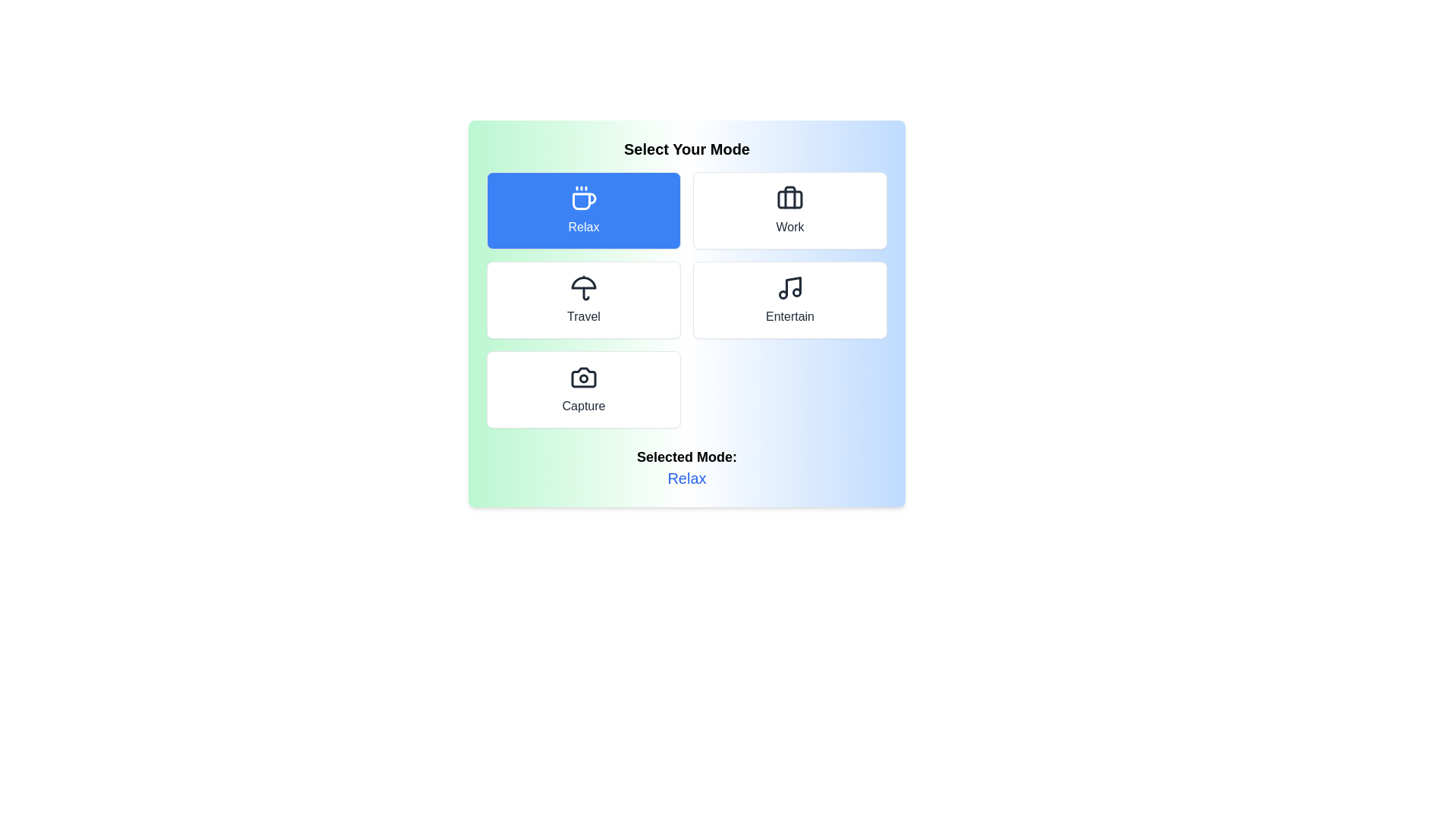 The image size is (1456, 819). I want to click on the mode button corresponding to Capture, so click(582, 388).